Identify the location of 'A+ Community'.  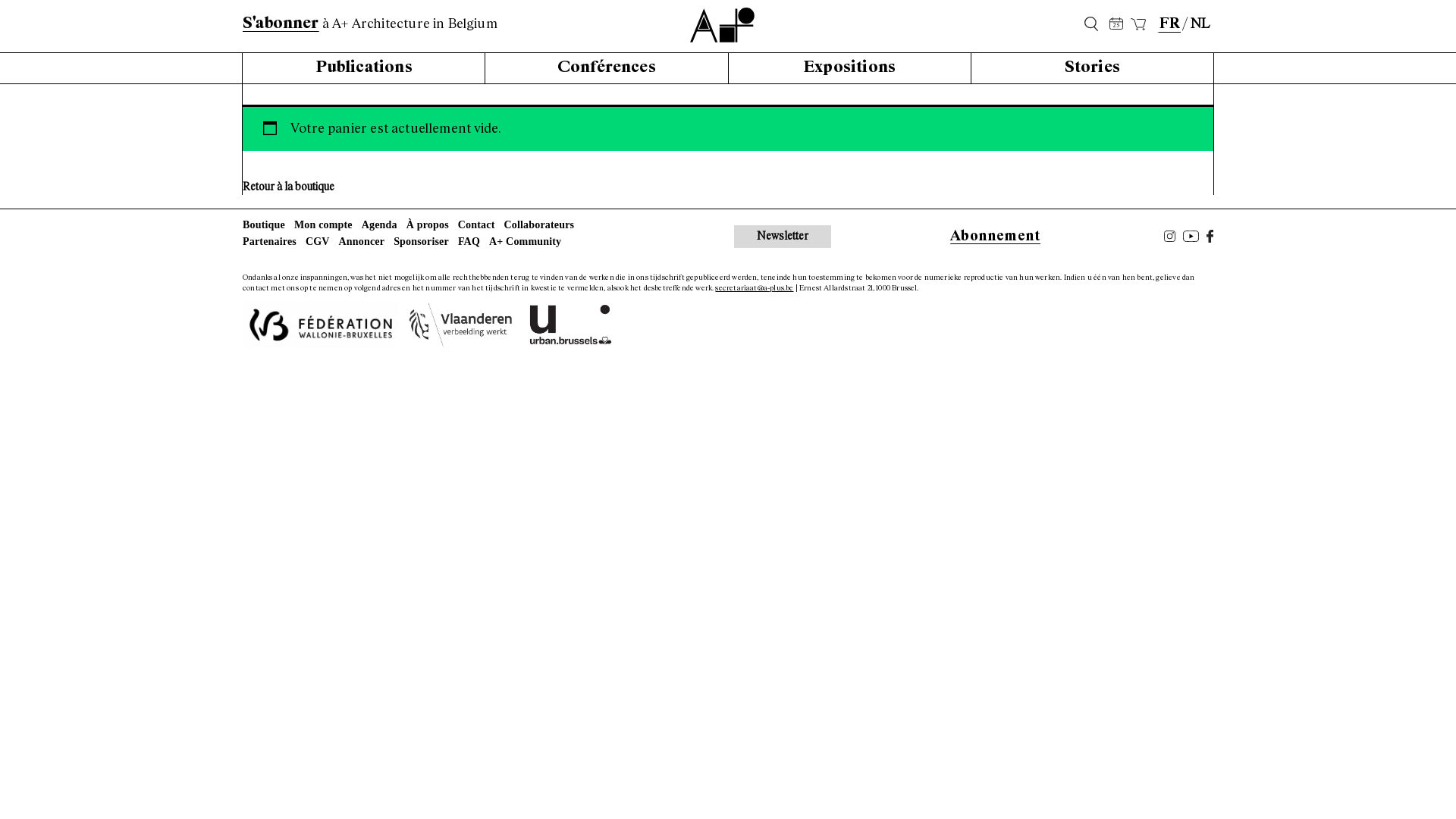
(525, 240).